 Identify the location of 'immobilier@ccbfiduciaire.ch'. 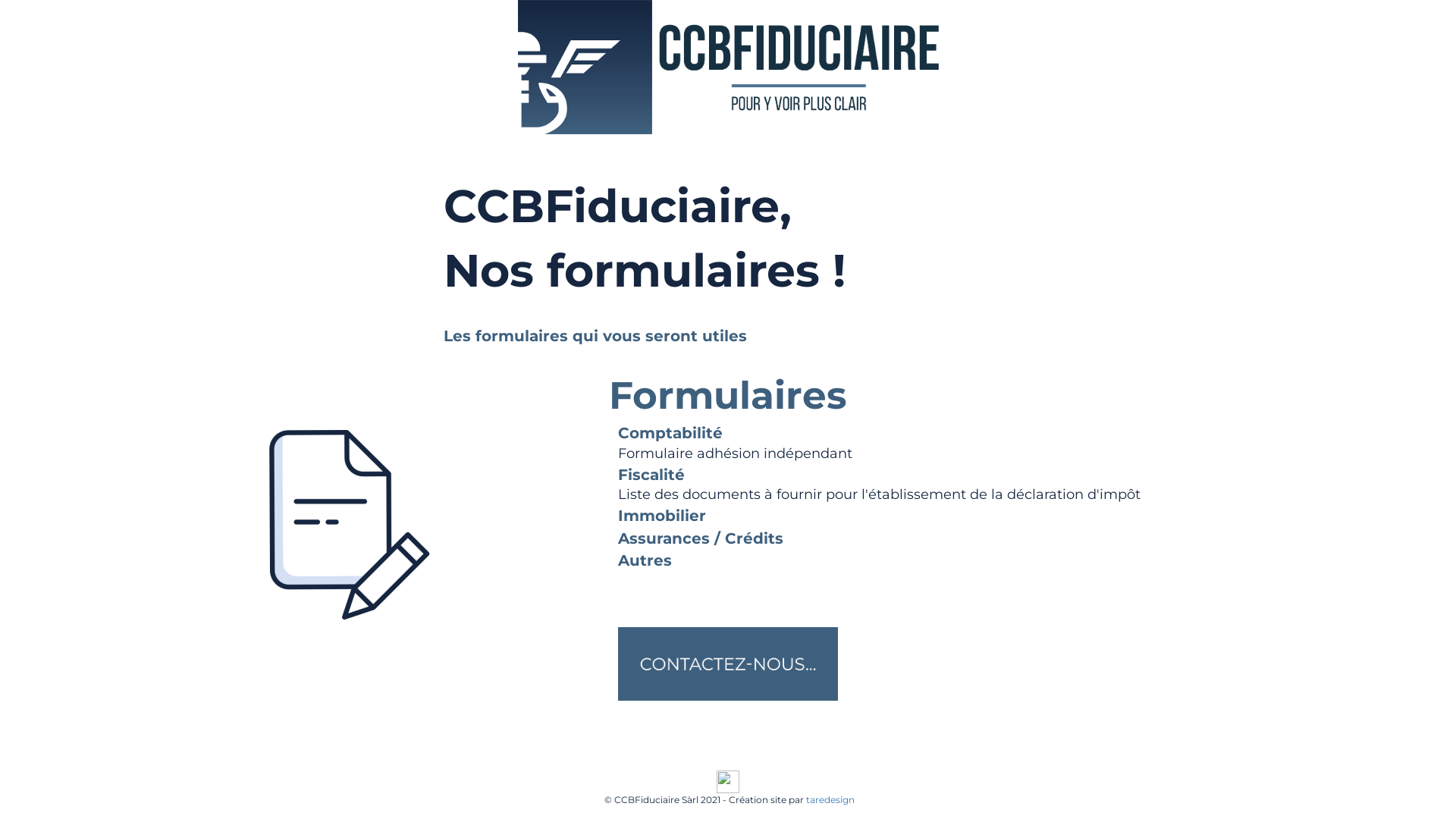
(711, 763).